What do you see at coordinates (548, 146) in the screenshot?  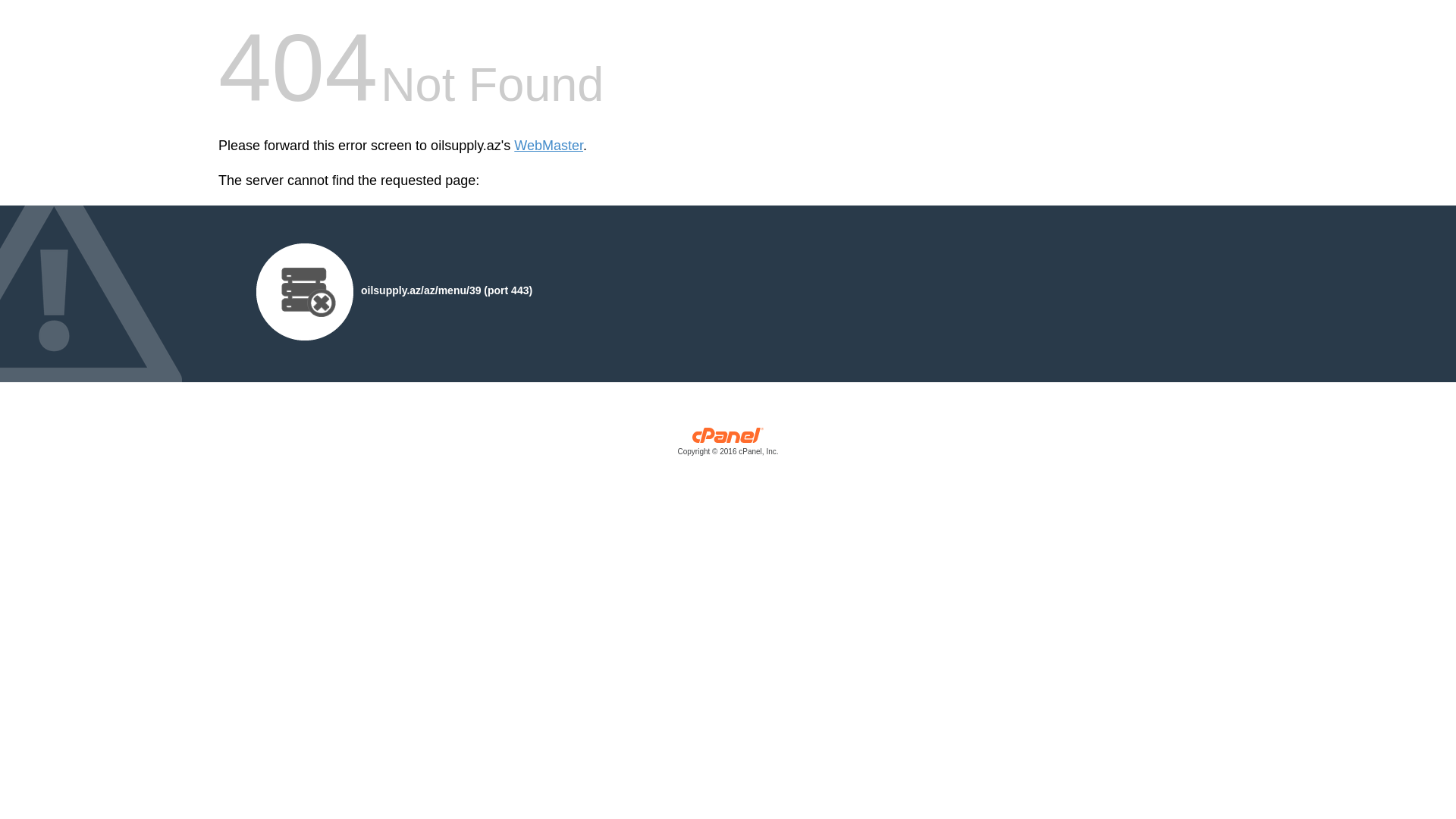 I see `'WebMaster'` at bounding box center [548, 146].